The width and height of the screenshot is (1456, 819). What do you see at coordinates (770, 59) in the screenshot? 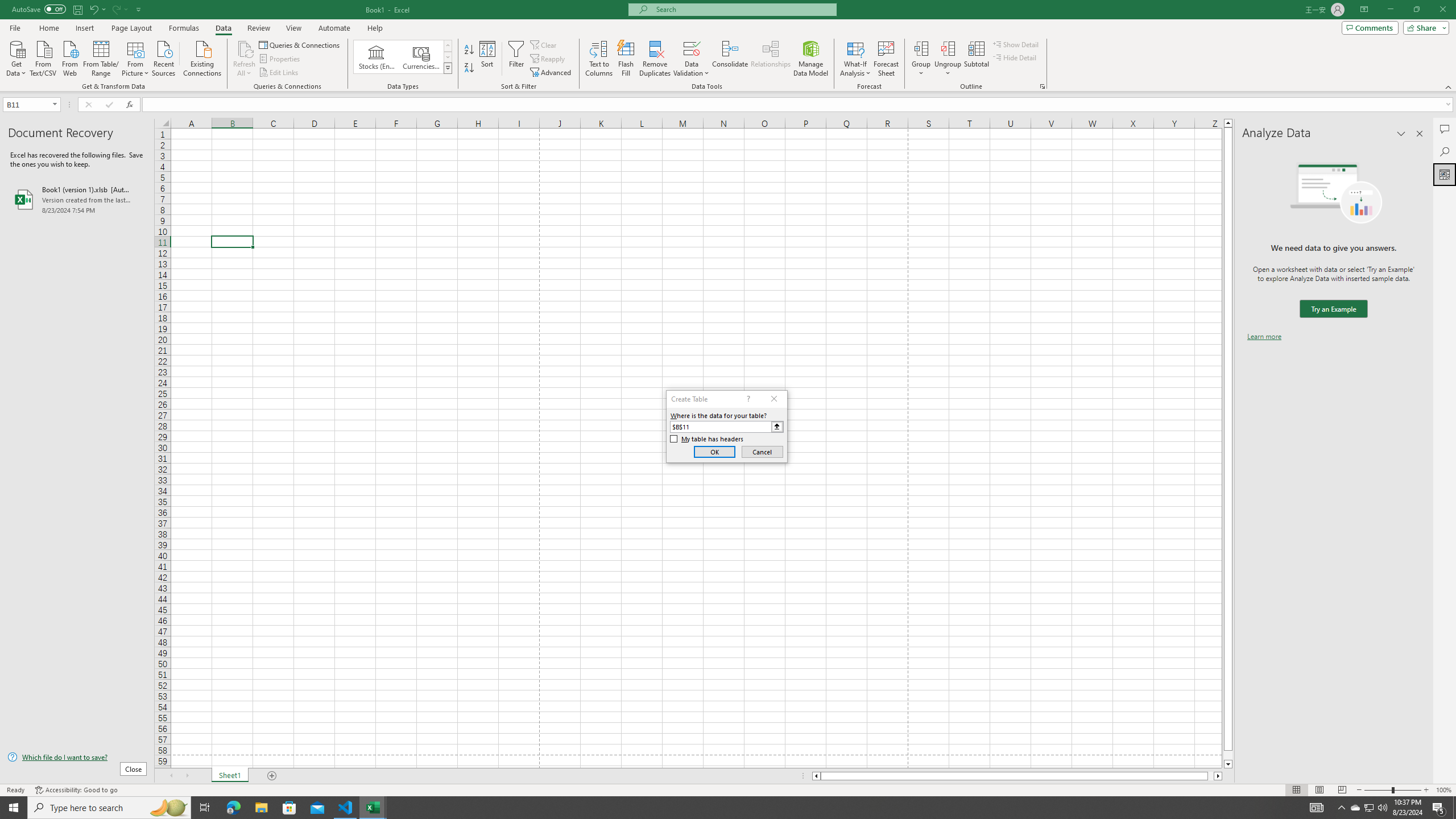
I see `'Relationships'` at bounding box center [770, 59].